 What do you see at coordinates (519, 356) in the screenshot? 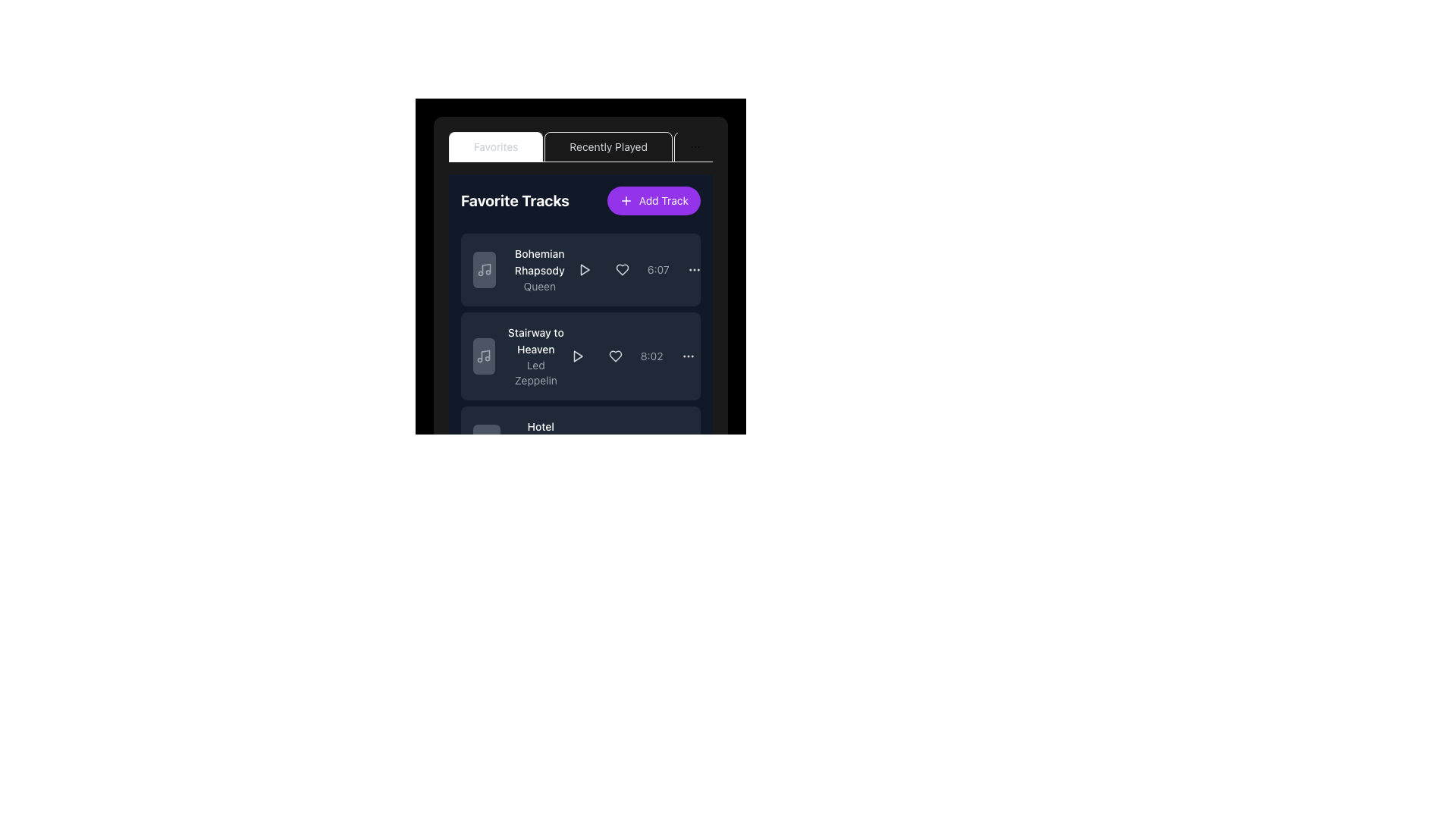
I see `the list item for the music track 'Stairway to Heaven' by 'Led Zeppelin', which features a gray icon with a music note and is located in the 'Favorite Tracks' section below 'Bohemian Rhapsody'` at bounding box center [519, 356].